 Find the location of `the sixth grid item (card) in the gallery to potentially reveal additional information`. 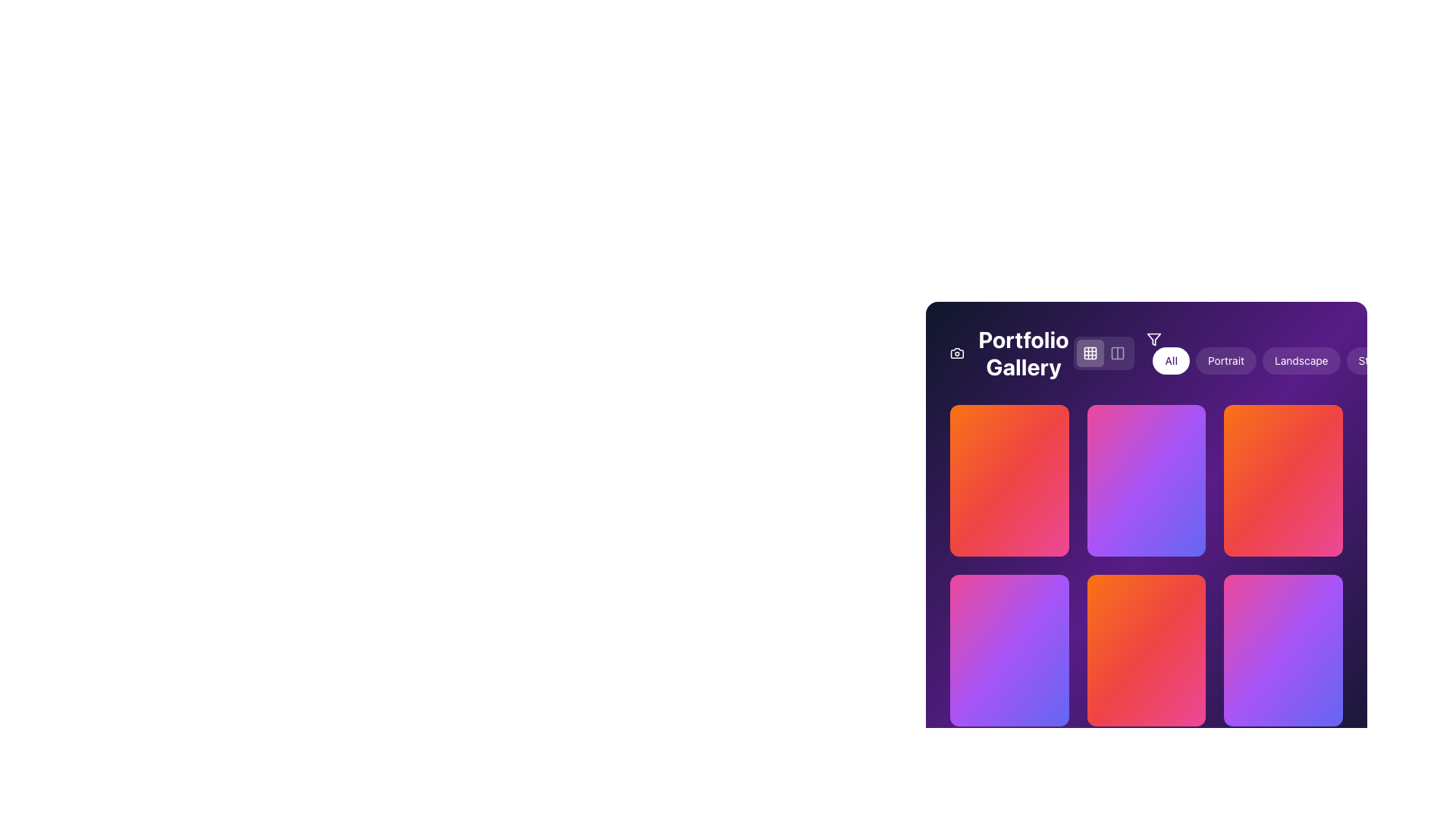

the sixth grid item (card) in the gallery to potentially reveal additional information is located at coordinates (1282, 649).